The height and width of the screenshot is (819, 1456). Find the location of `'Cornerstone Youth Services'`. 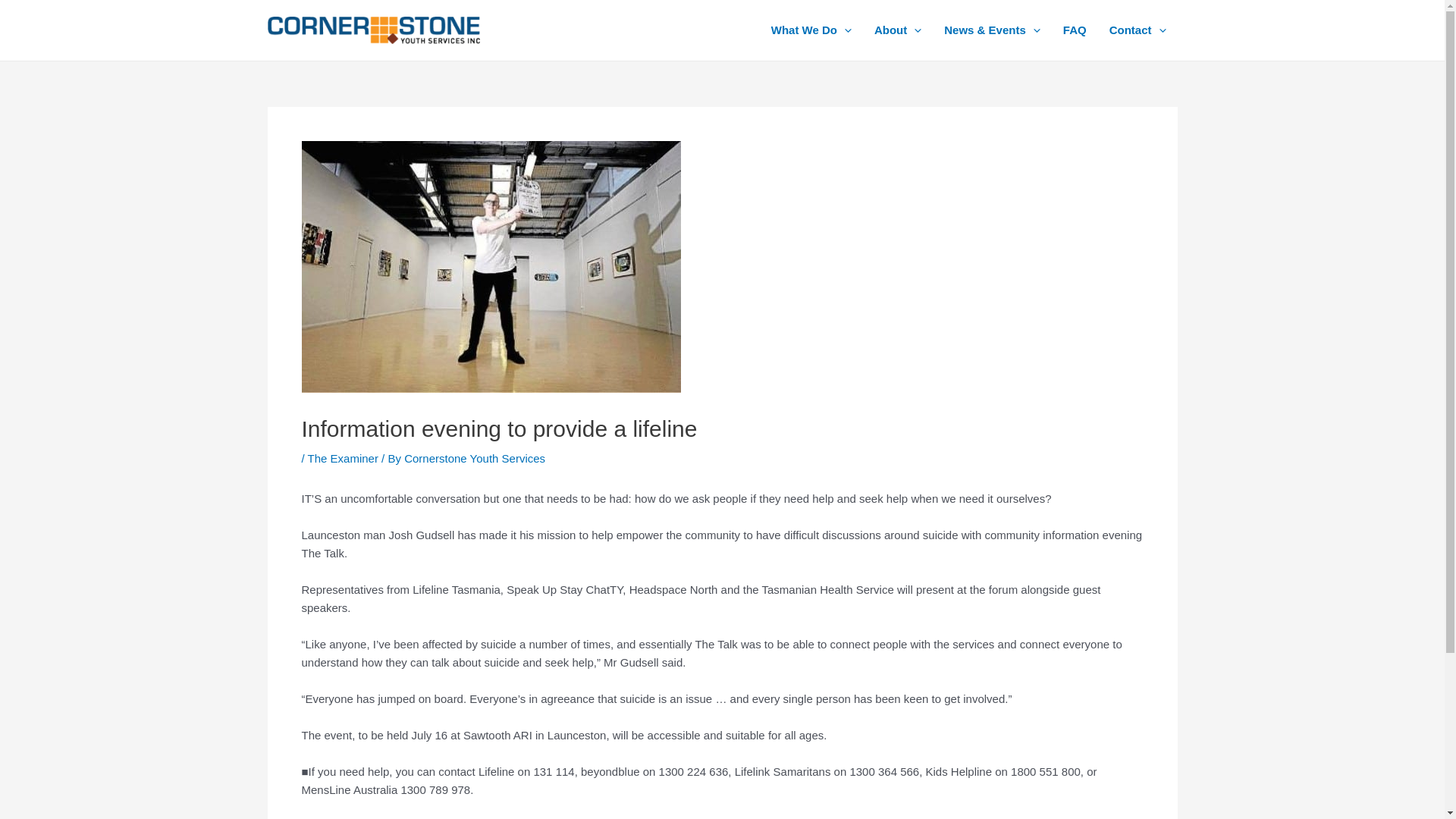

'Cornerstone Youth Services' is located at coordinates (403, 457).